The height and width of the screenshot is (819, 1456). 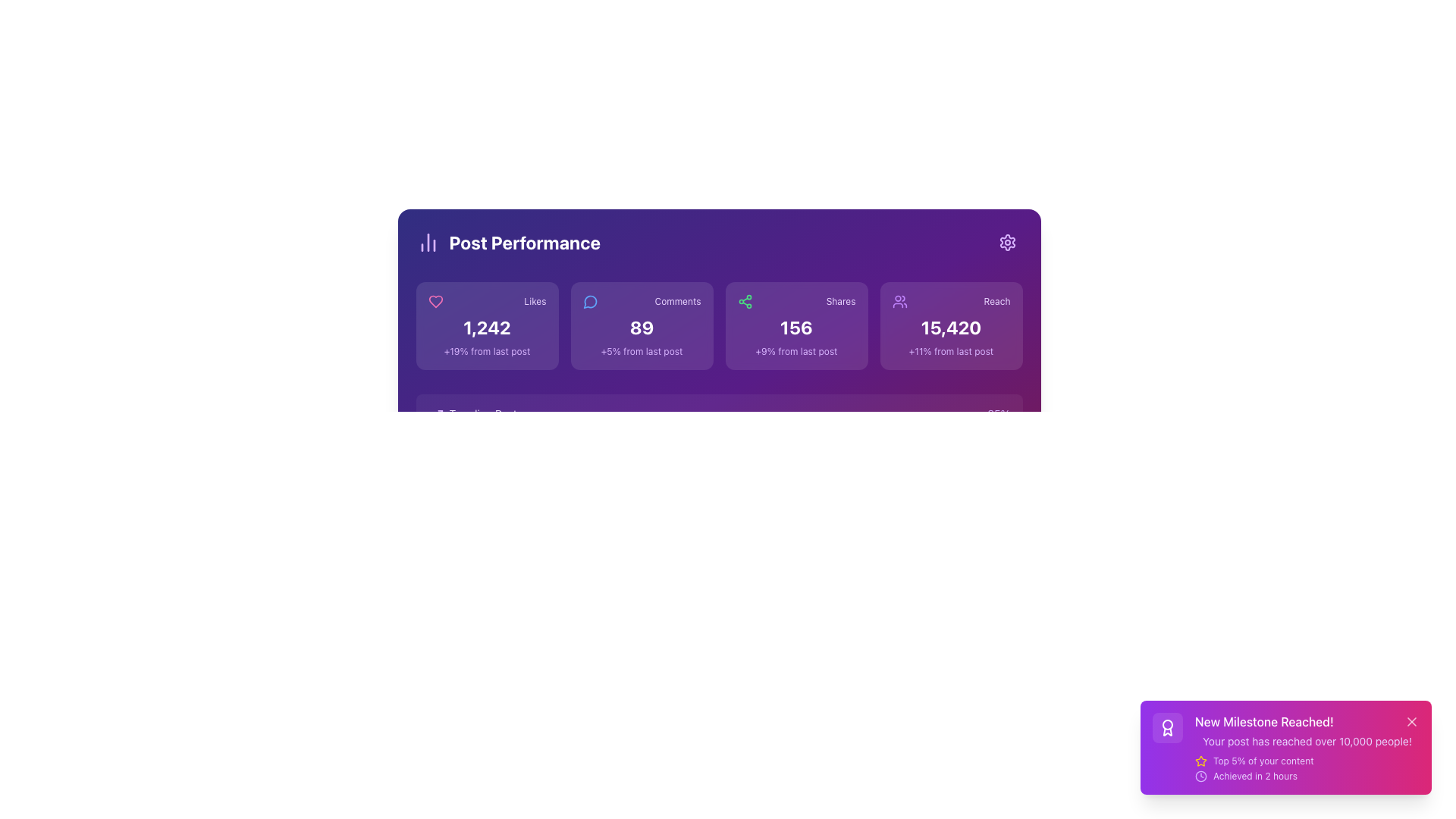 I want to click on the Text with Icon that consists of a star symbol followed by the text 'Top 5% of your content.' The star is yellow and the text is purple, located in the notification card titled 'New Milestone Reached!', so click(x=1306, y=761).